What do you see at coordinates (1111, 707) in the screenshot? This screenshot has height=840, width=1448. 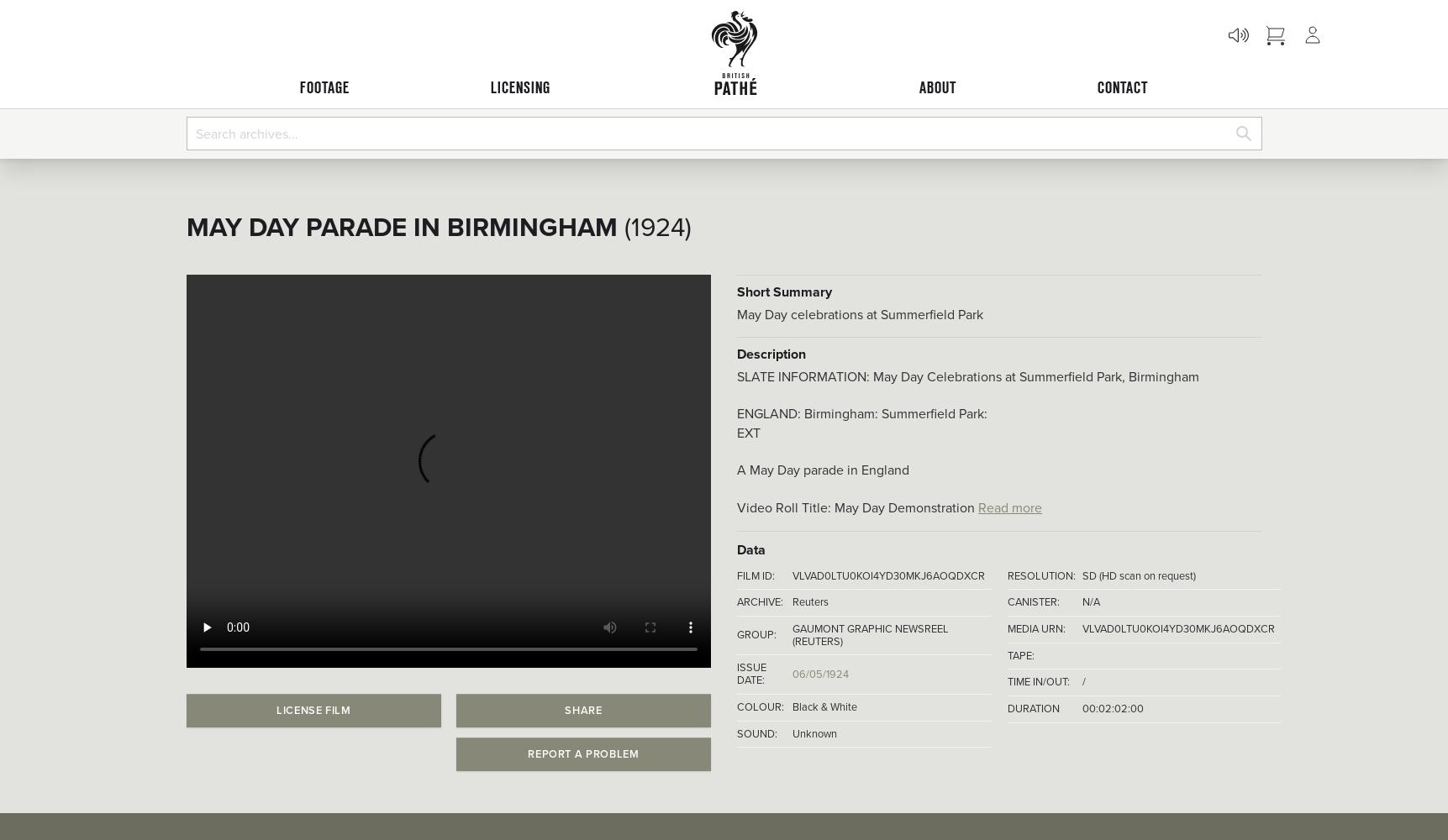 I see `'00:02:02:00'` at bounding box center [1111, 707].